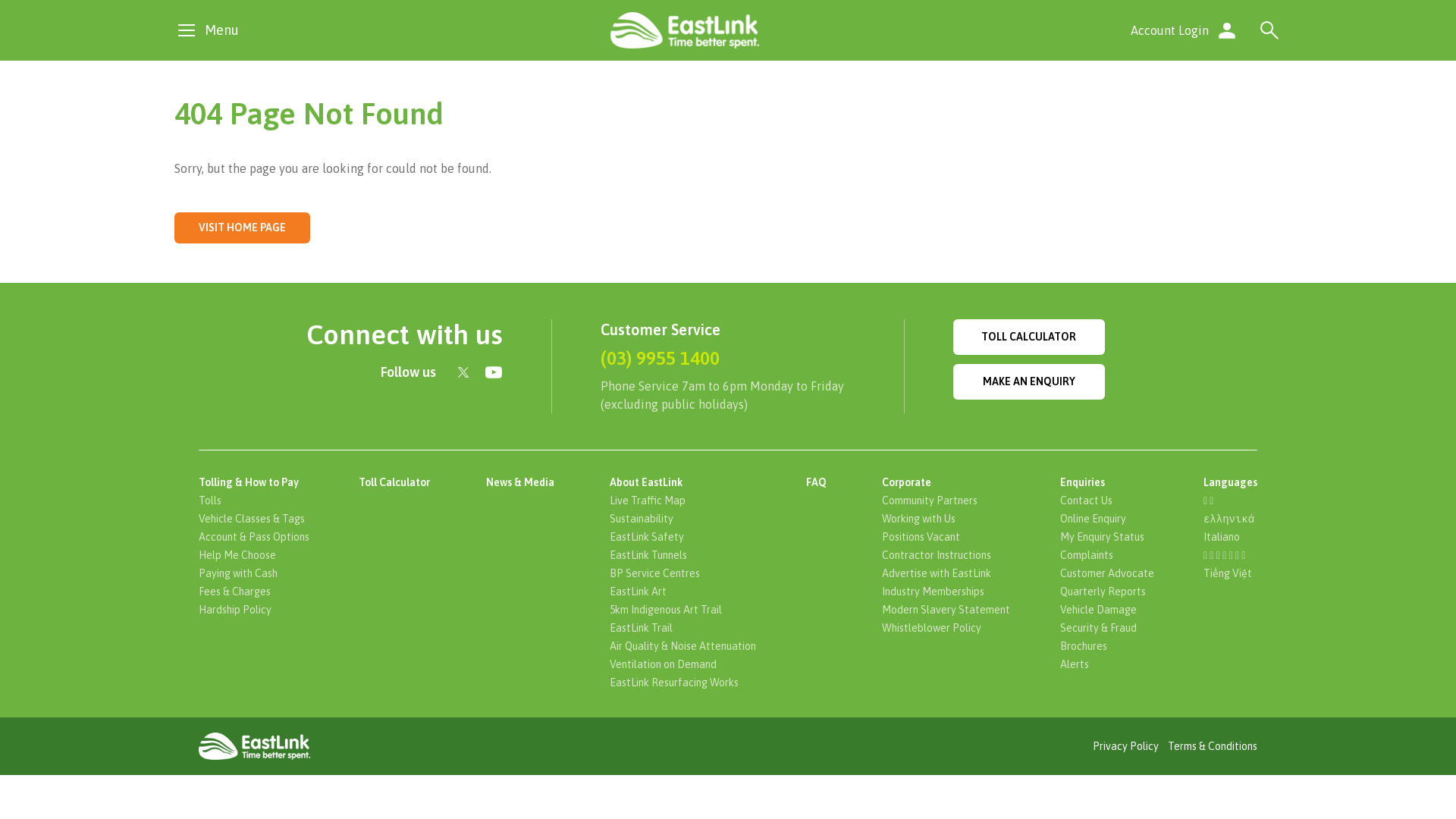 The height and width of the screenshot is (819, 1456). What do you see at coordinates (1203, 482) in the screenshot?
I see `'Languages'` at bounding box center [1203, 482].